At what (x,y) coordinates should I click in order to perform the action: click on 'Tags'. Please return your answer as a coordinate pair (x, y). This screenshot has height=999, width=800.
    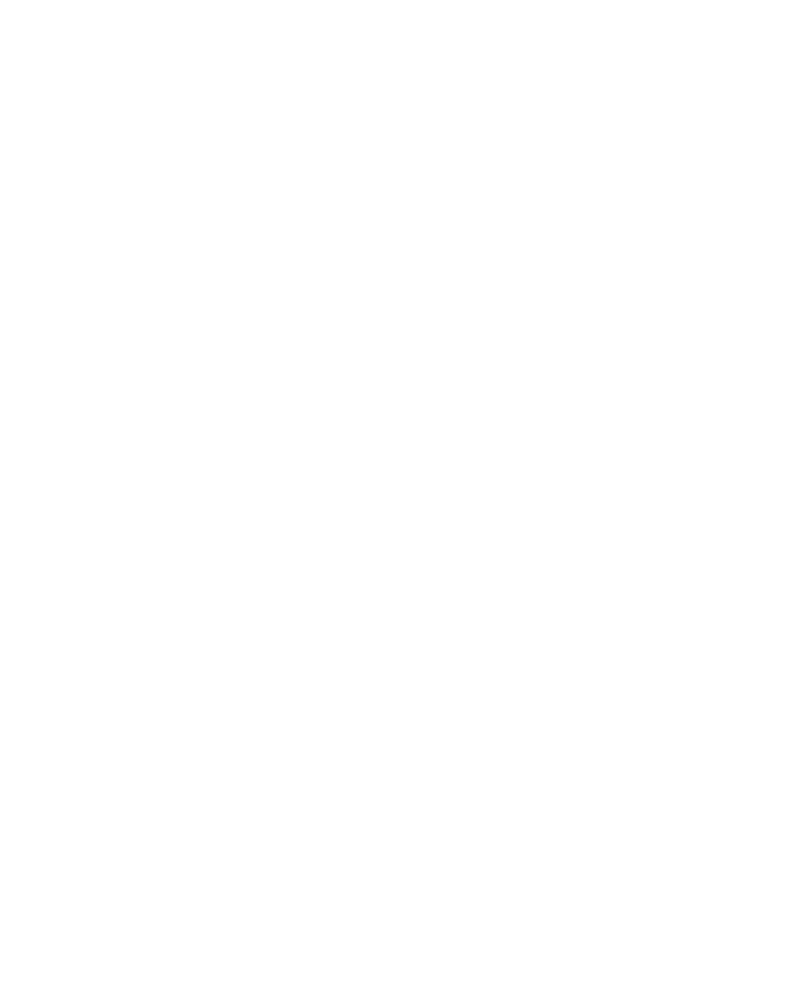
    Looking at the image, I should click on (264, 795).